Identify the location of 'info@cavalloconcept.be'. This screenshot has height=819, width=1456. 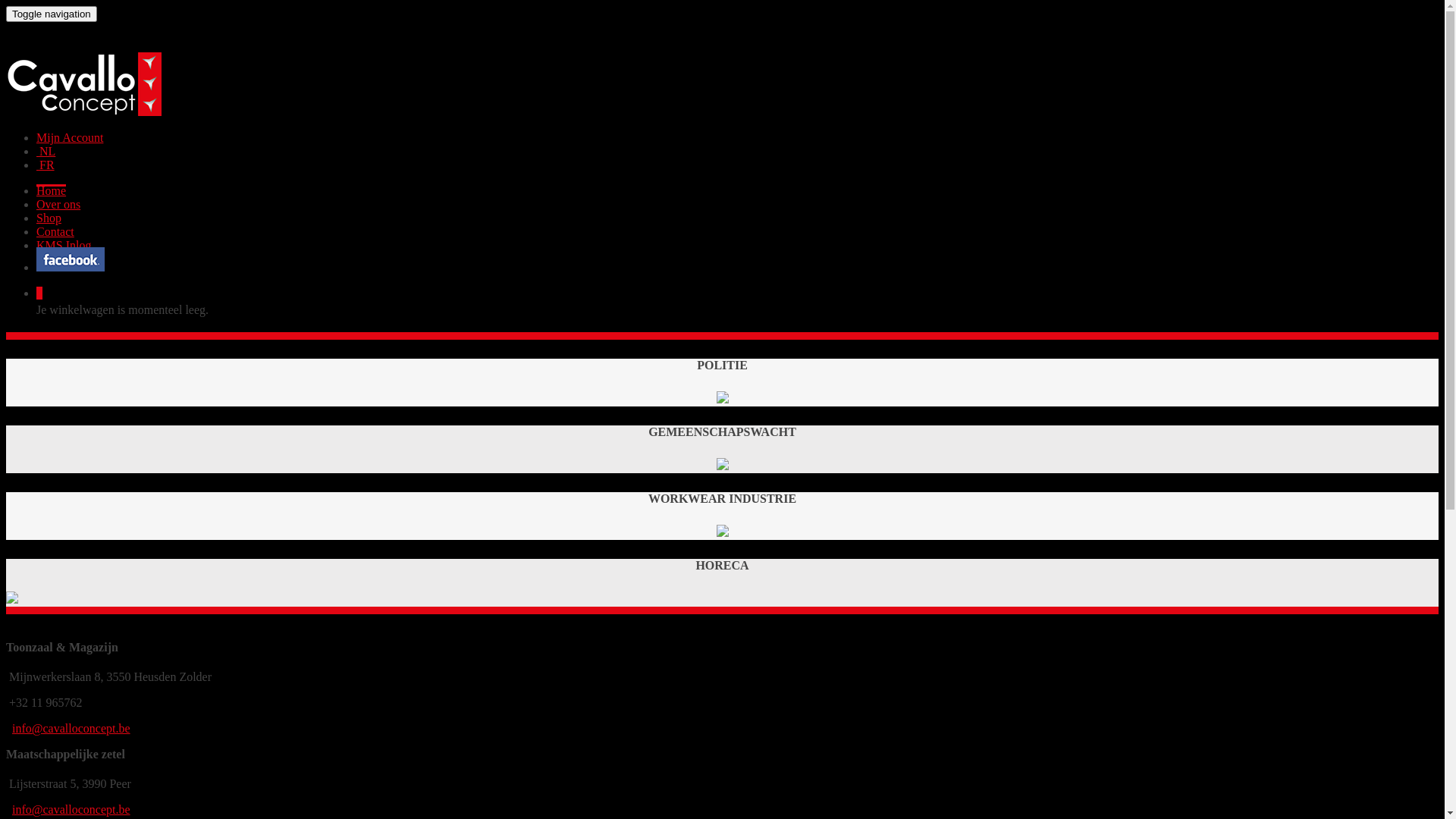
(71, 727).